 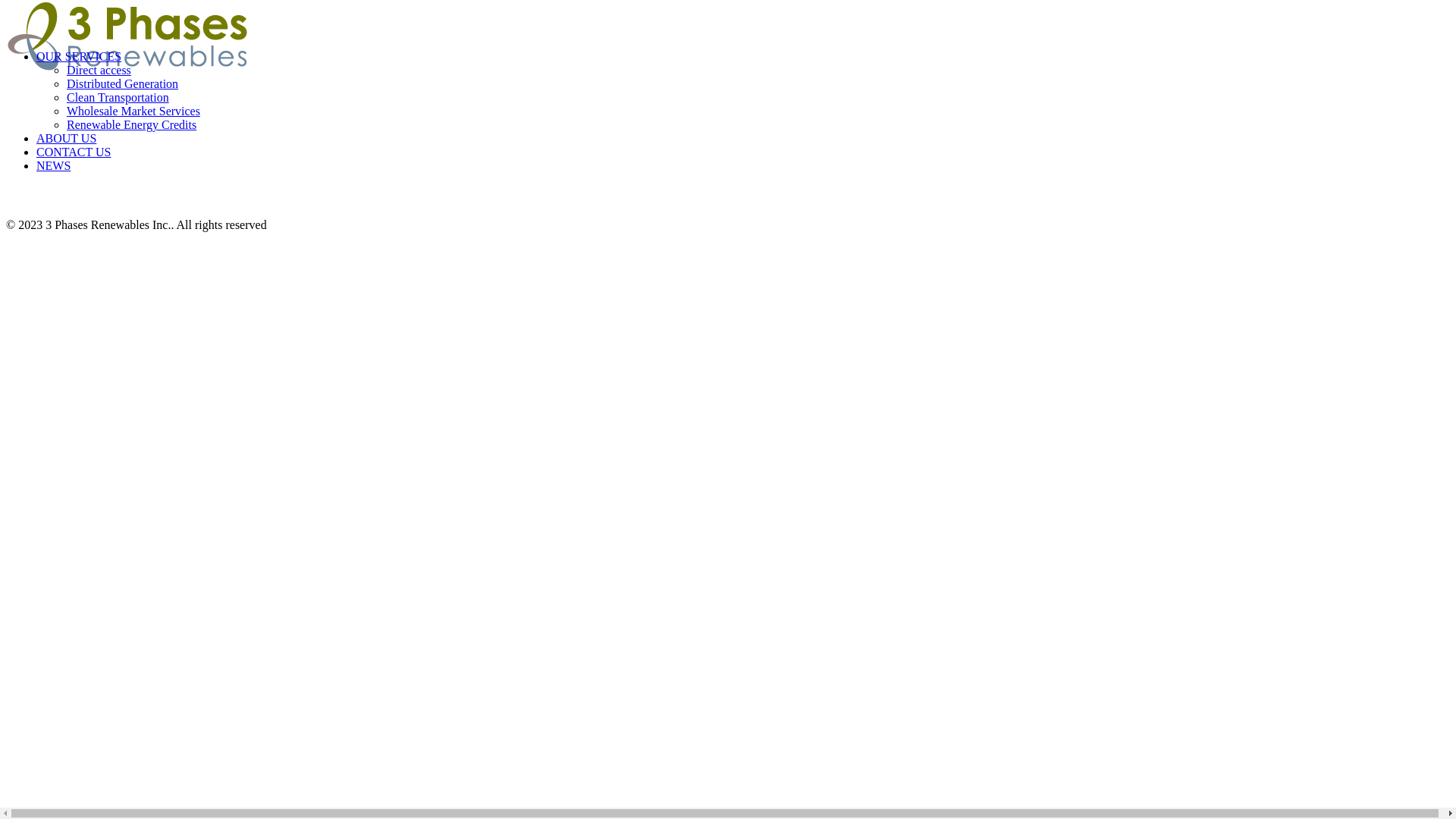 What do you see at coordinates (734, 121) in the screenshot?
I see `'CAREERS'` at bounding box center [734, 121].